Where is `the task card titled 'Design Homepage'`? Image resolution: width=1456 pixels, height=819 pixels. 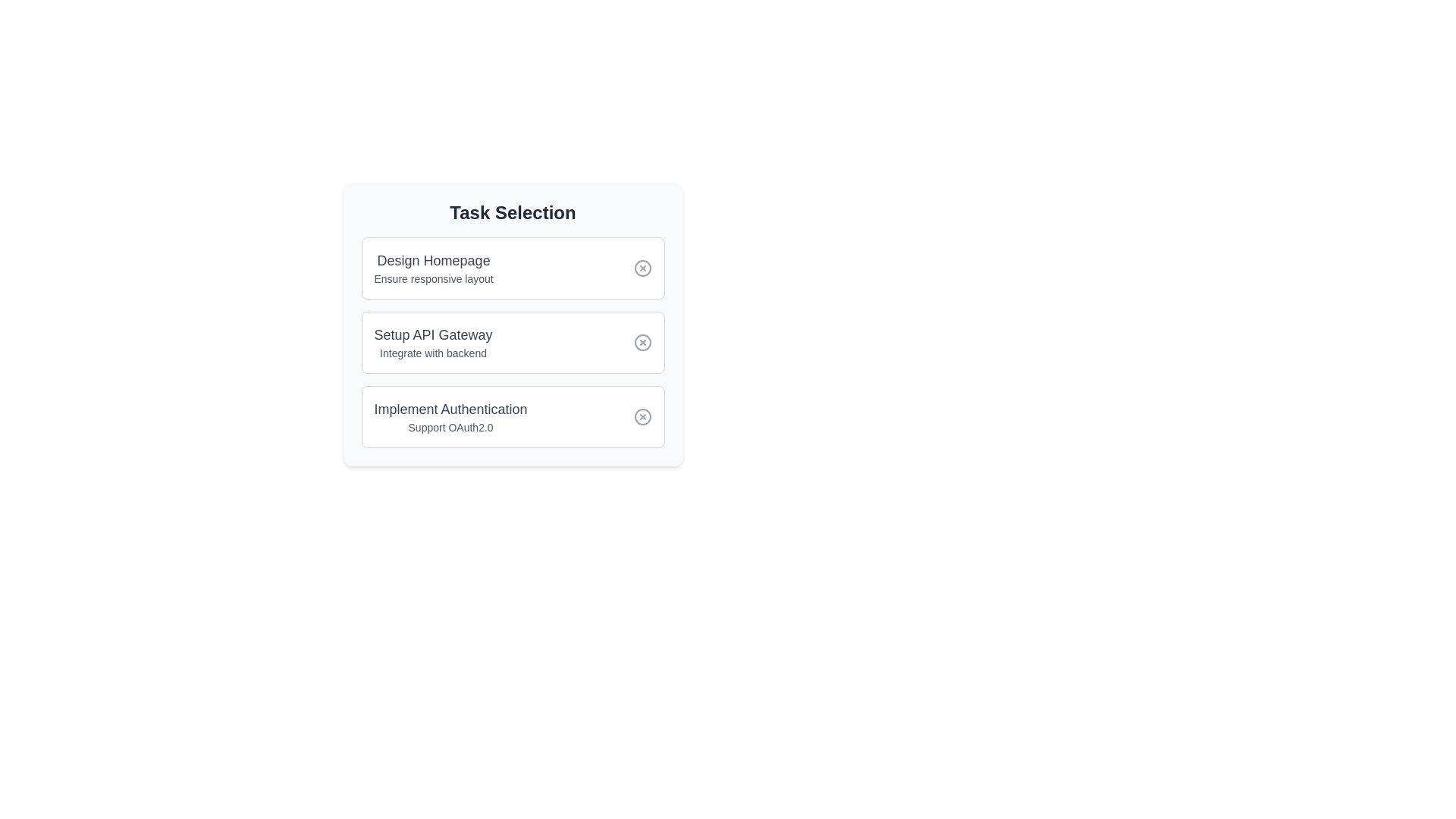
the task card titled 'Design Homepage' is located at coordinates (513, 268).